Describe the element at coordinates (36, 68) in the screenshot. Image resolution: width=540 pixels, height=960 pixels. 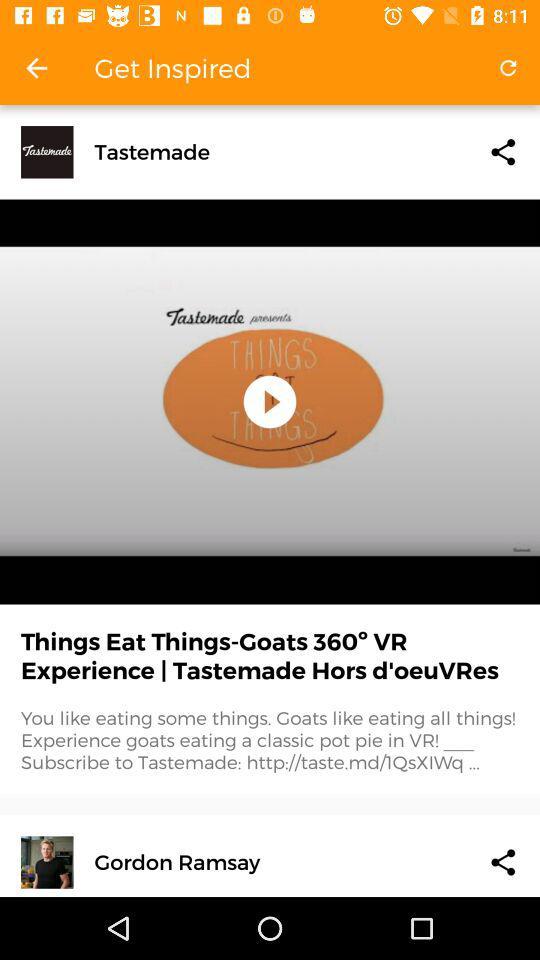
I see `item to the left of get inspired` at that location.